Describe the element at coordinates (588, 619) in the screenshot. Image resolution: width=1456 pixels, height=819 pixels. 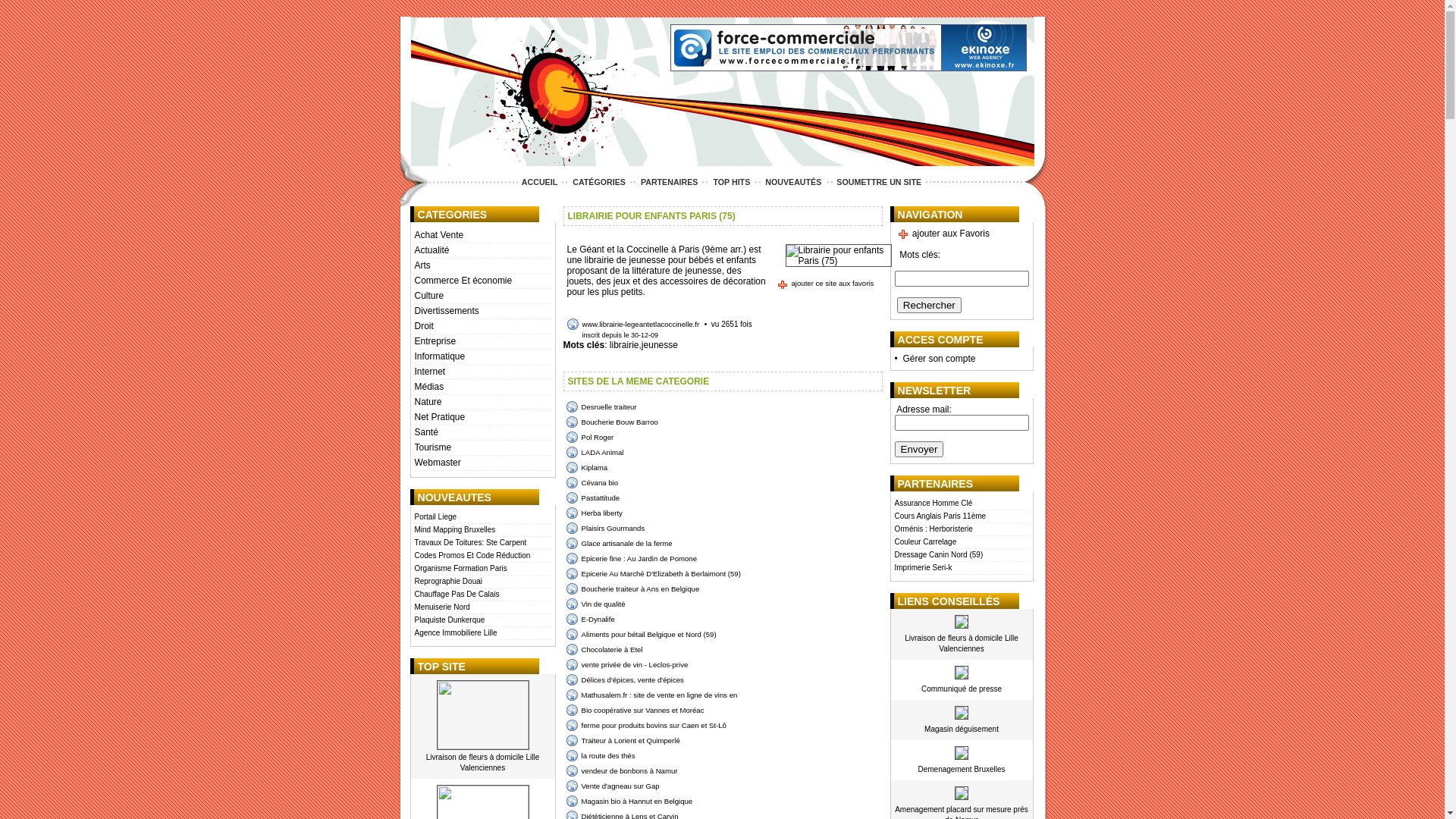
I see `'E-Dynalife'` at that location.